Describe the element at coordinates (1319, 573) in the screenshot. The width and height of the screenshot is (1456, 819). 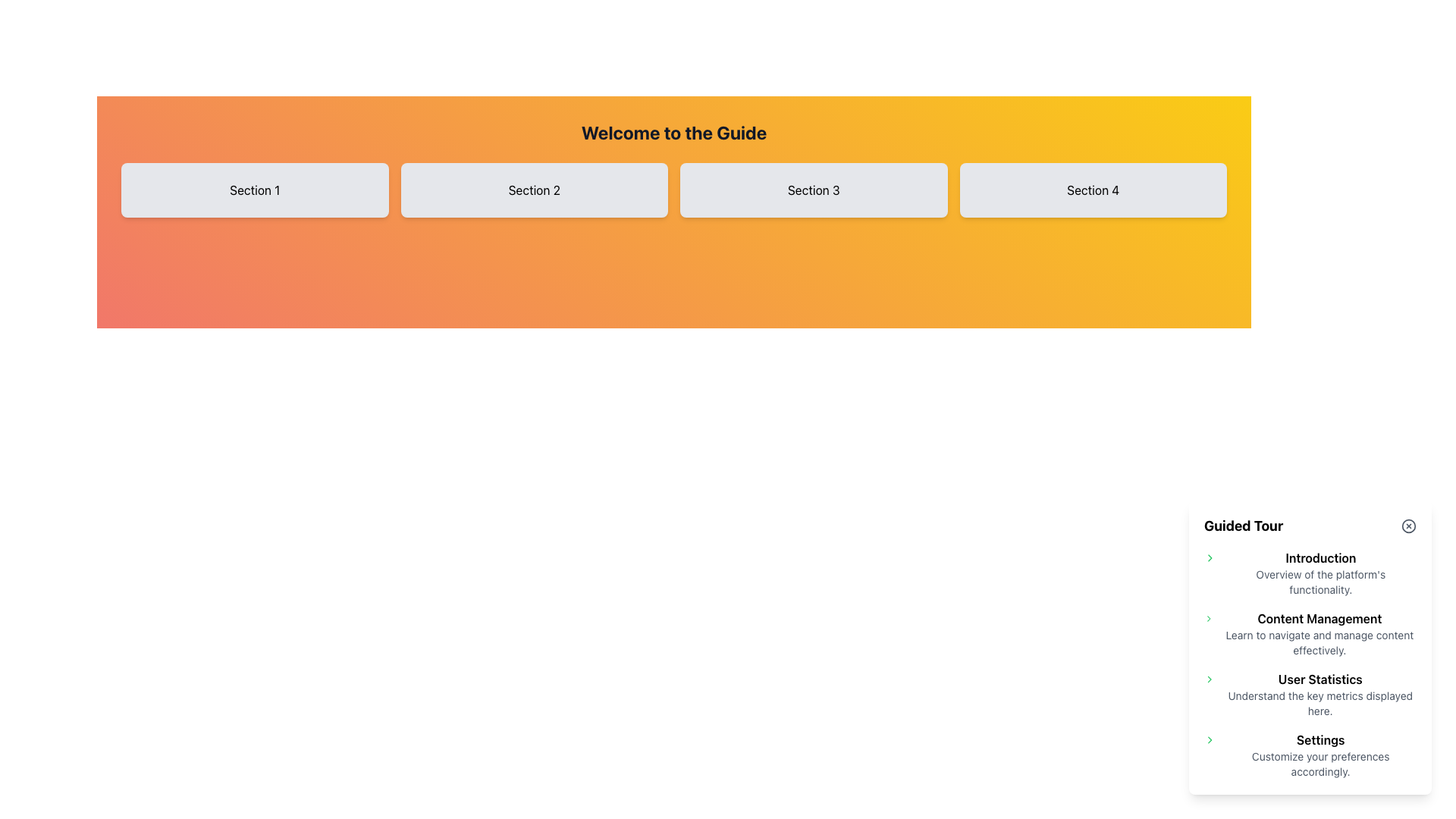
I see `the descriptive title for the first step in the guided tour` at that location.